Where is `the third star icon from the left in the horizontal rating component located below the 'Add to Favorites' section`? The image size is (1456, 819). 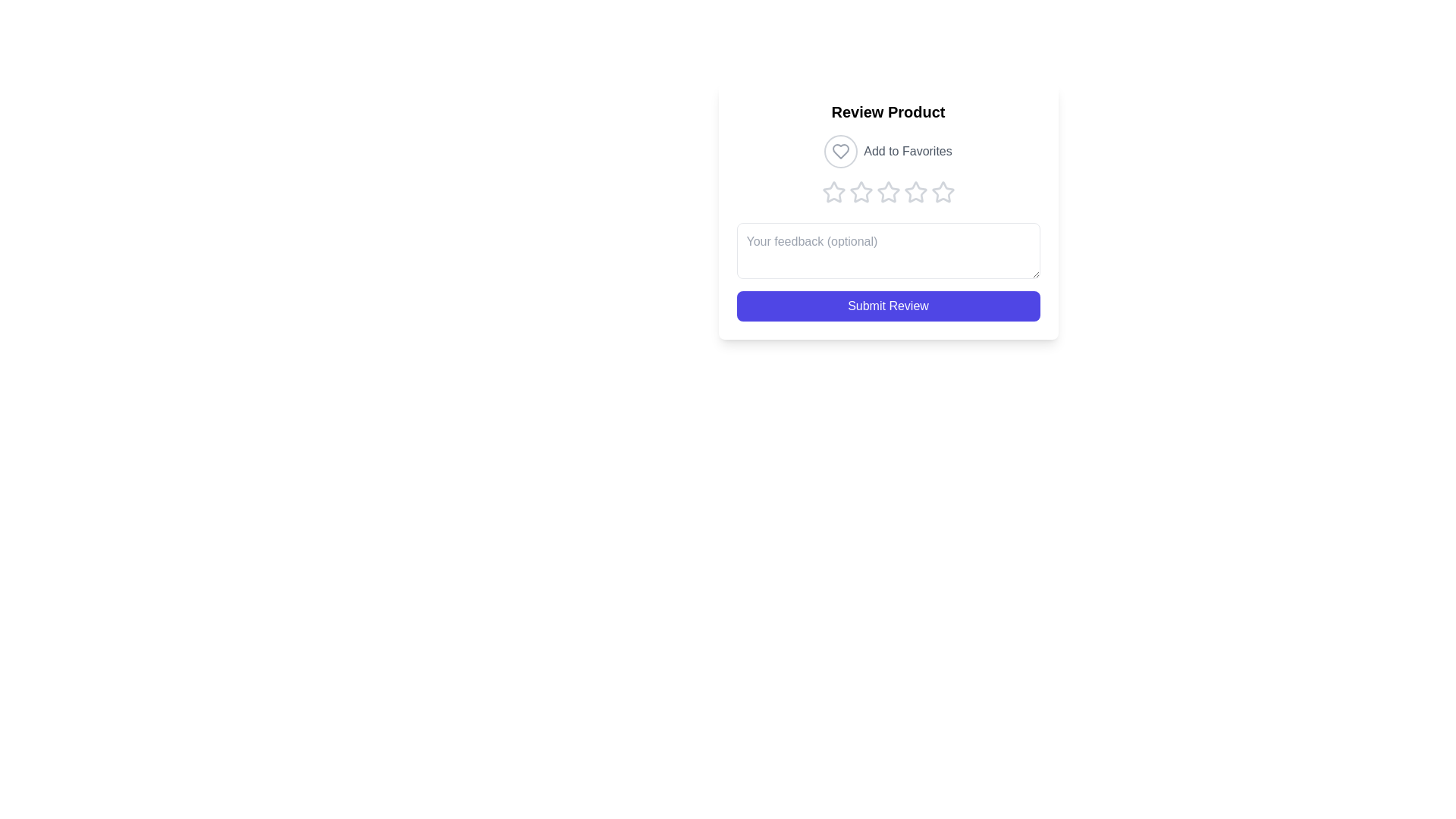
the third star icon from the left in the horizontal rating component located below the 'Add to Favorites' section is located at coordinates (915, 191).